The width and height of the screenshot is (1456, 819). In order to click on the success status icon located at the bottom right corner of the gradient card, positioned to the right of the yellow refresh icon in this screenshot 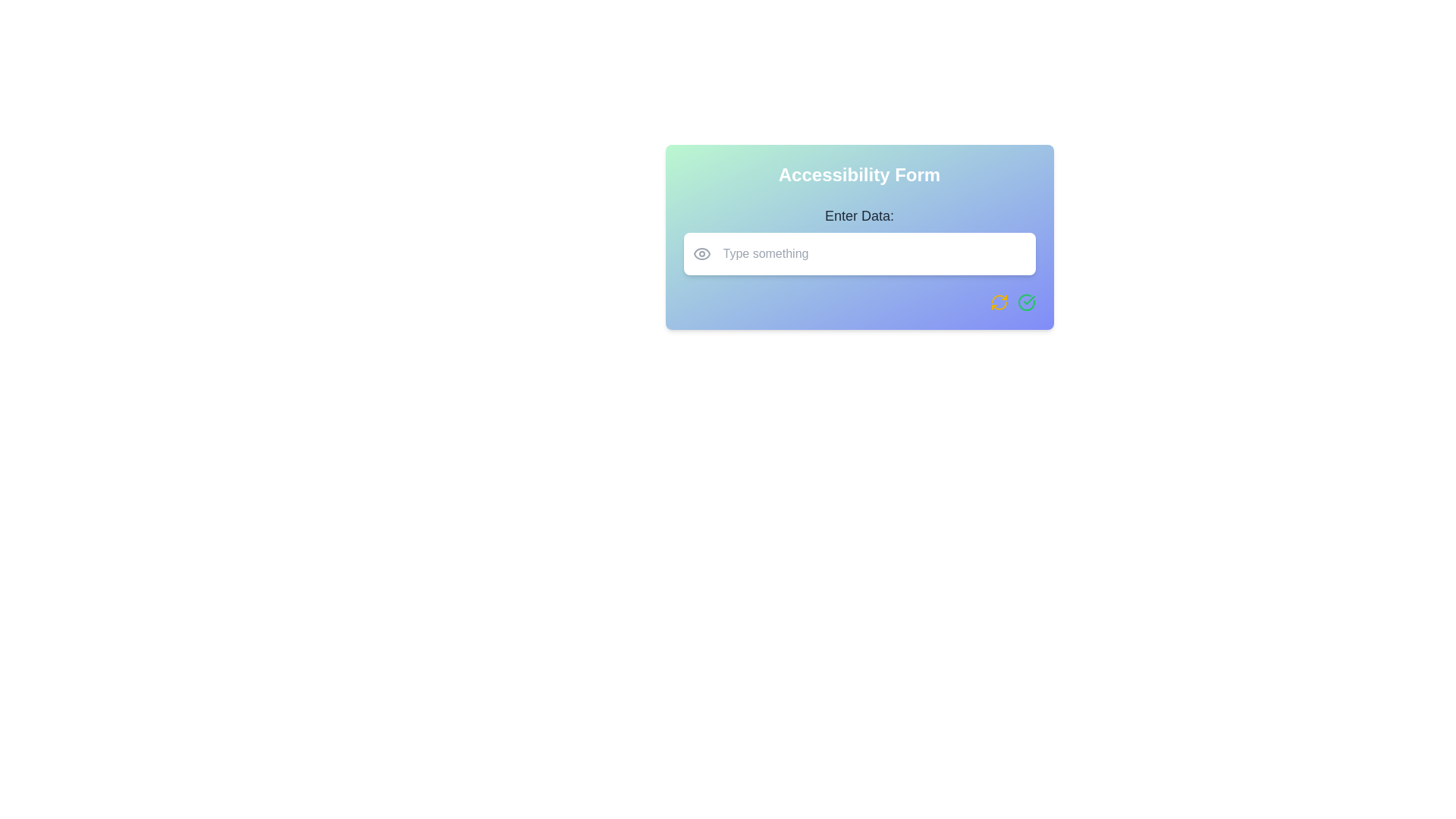, I will do `click(1026, 302)`.